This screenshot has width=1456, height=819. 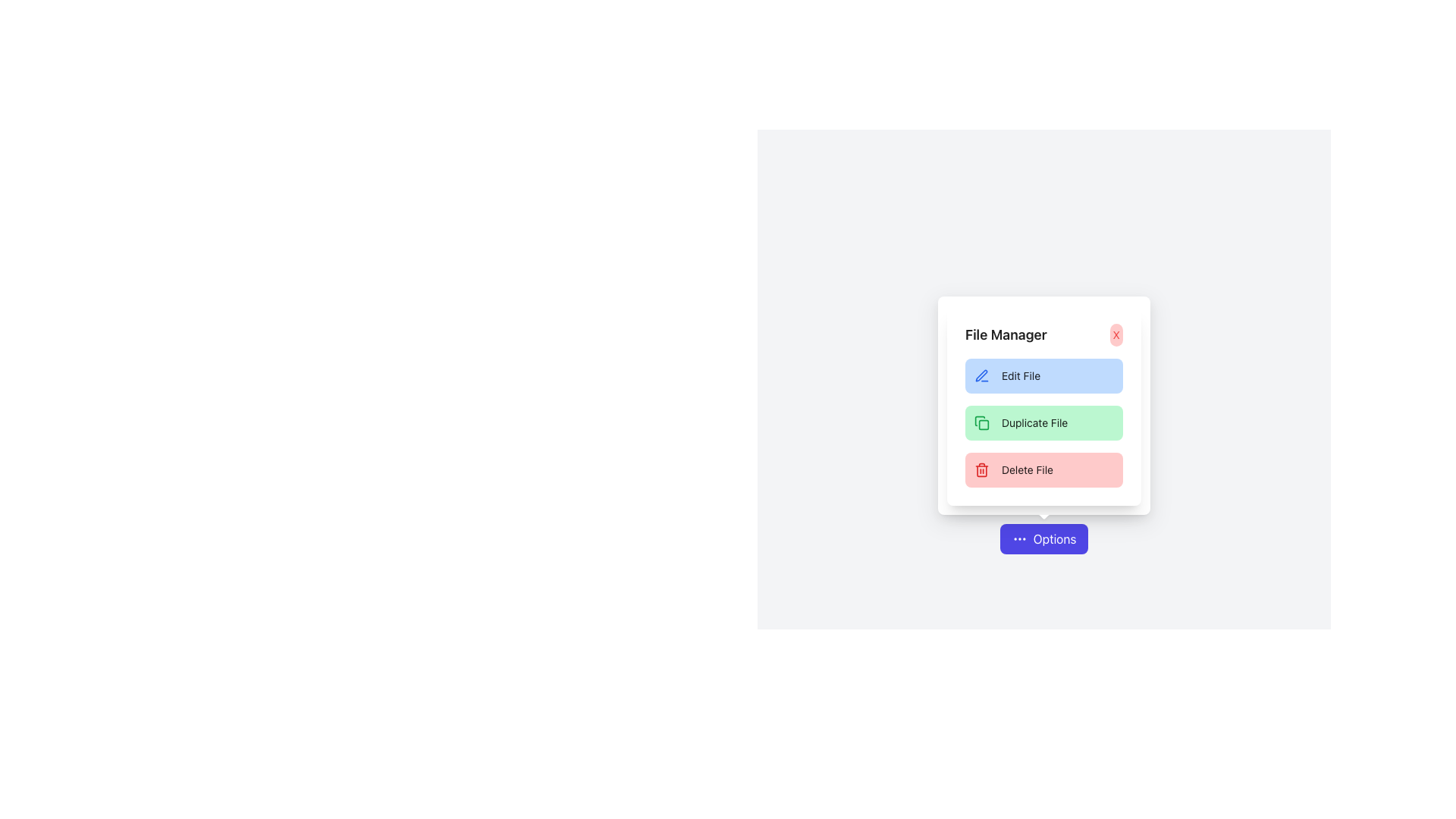 What do you see at coordinates (1043, 538) in the screenshot?
I see `the interactive button located at the bottom center of the 'File Manager' modal` at bounding box center [1043, 538].